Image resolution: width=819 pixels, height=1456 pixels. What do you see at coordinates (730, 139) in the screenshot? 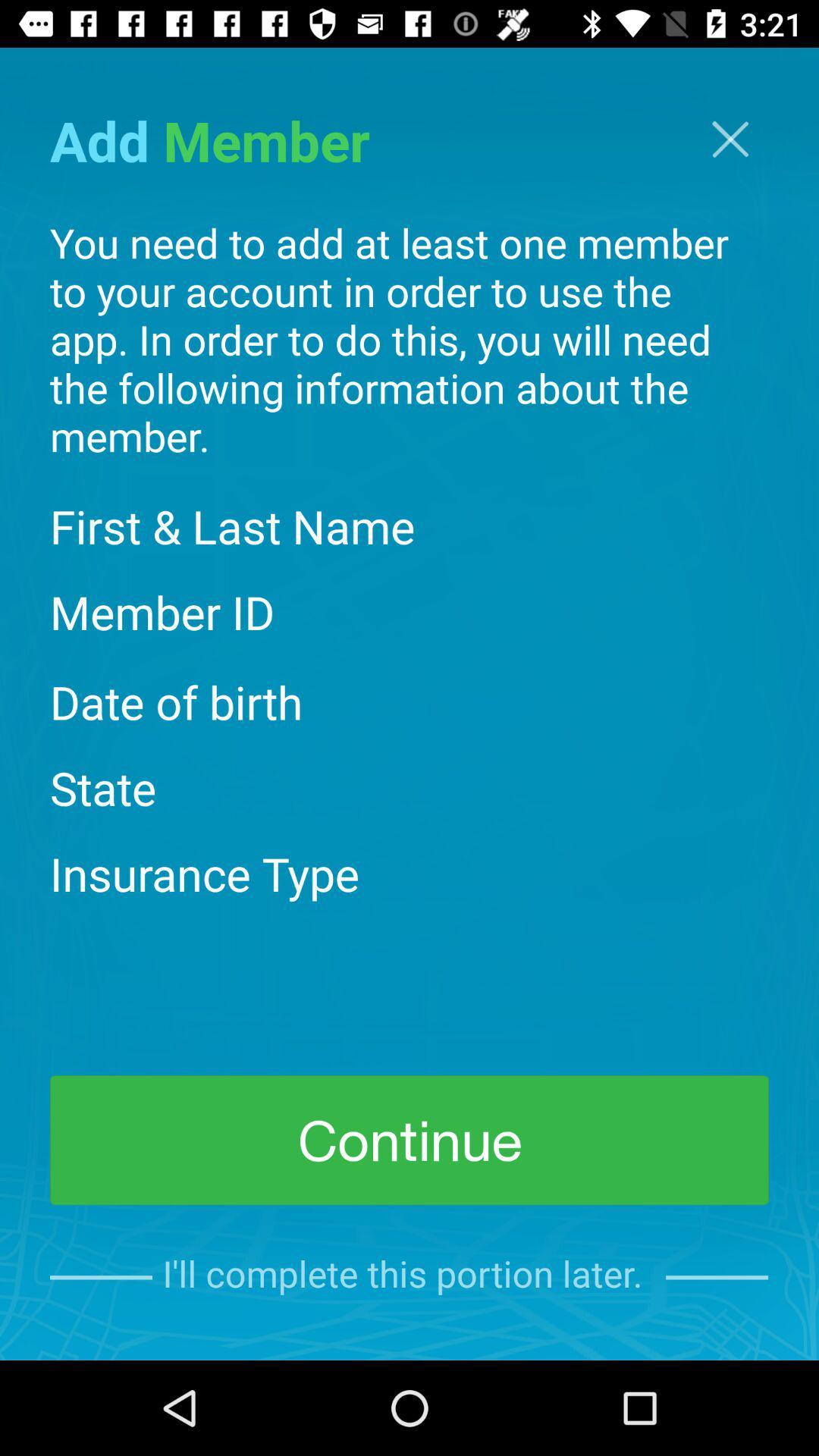
I see `the close icon` at bounding box center [730, 139].